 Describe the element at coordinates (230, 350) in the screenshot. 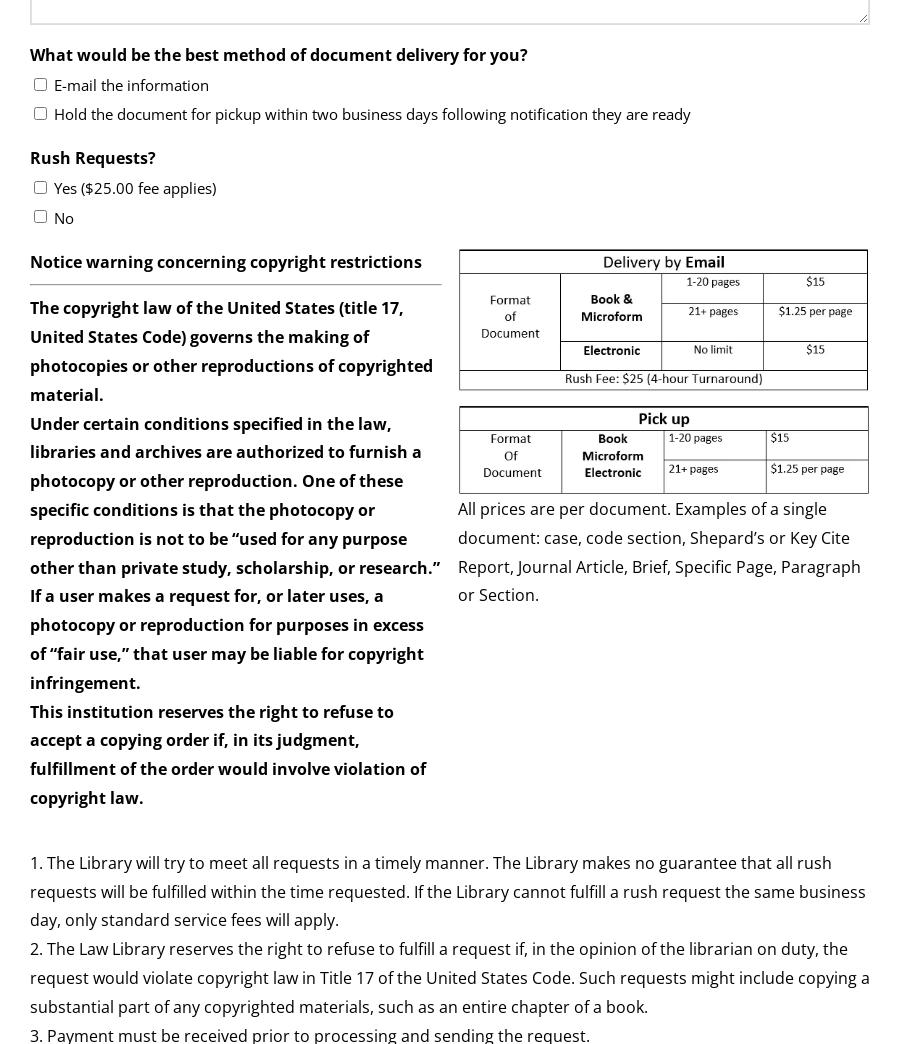

I see `'The copyright law of the United States (title 17, United
States Code) governs the making of photocopies or
other reproductions of copyrighted material.'` at that location.